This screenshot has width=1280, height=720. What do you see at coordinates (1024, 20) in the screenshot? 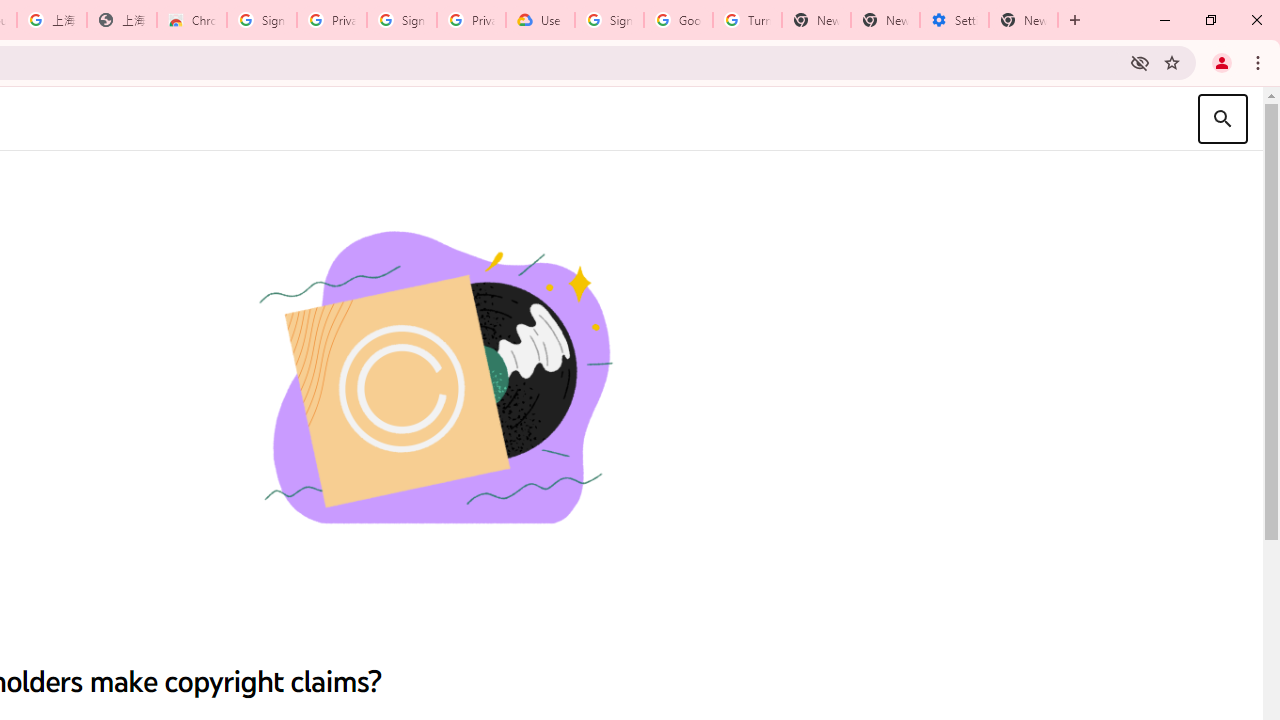
I see `'New Tab'` at bounding box center [1024, 20].